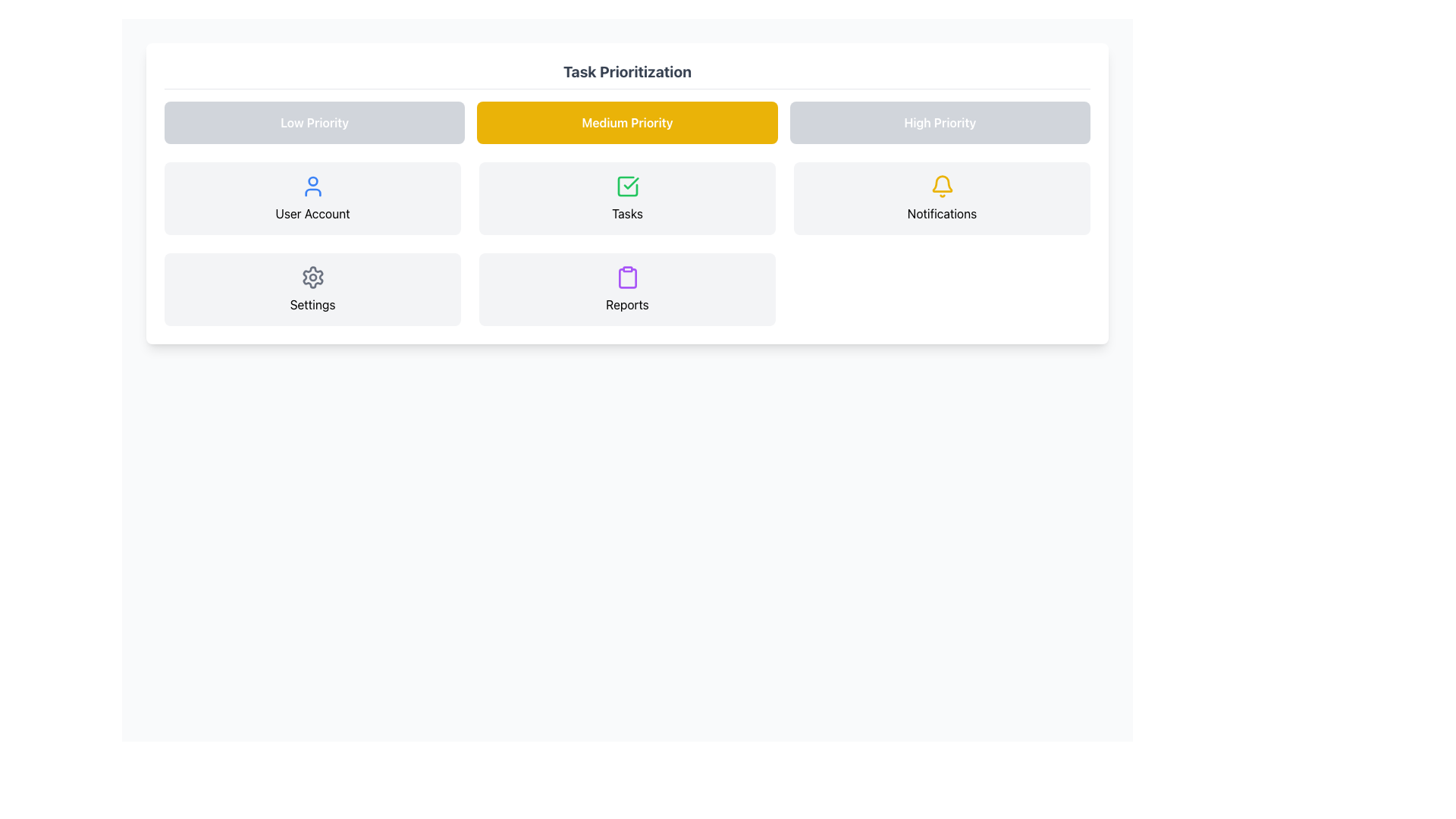 Image resolution: width=1456 pixels, height=819 pixels. I want to click on the gear-shaped icon in the lower-left quadrant of the interface, so click(312, 278).